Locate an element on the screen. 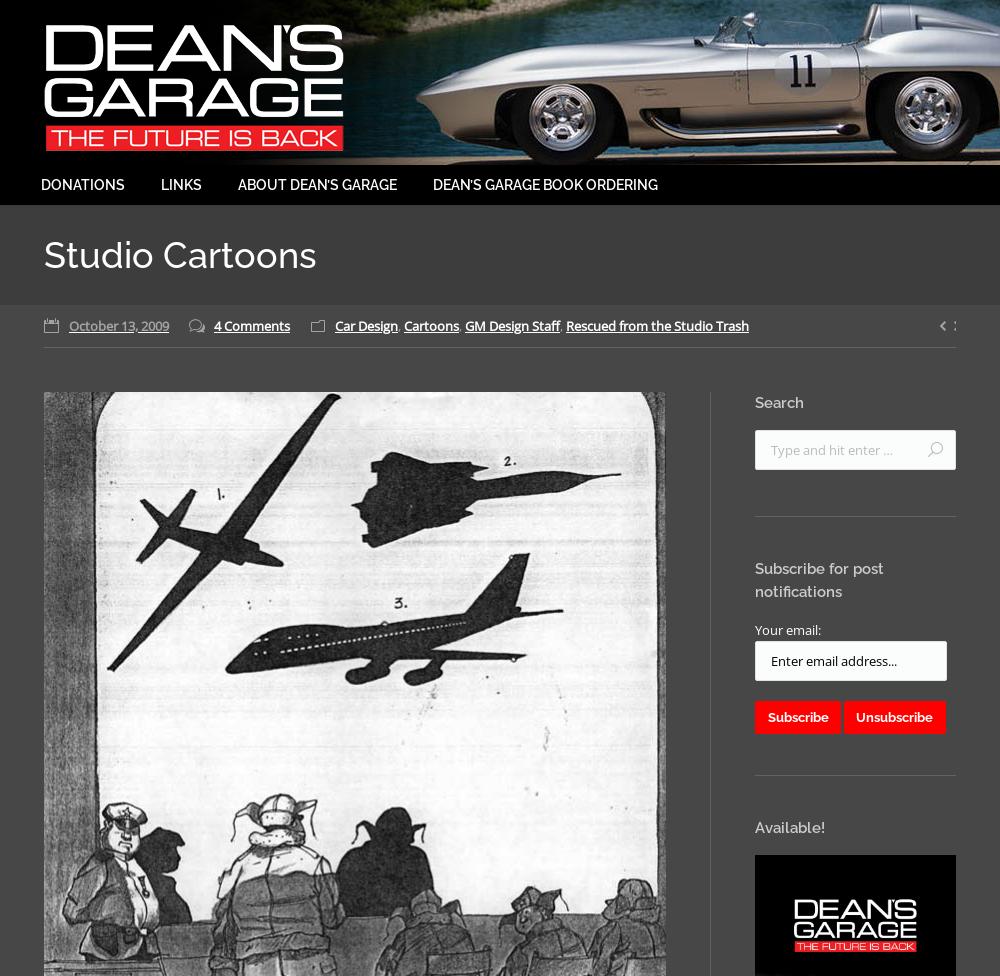  'Links' is located at coordinates (181, 183).